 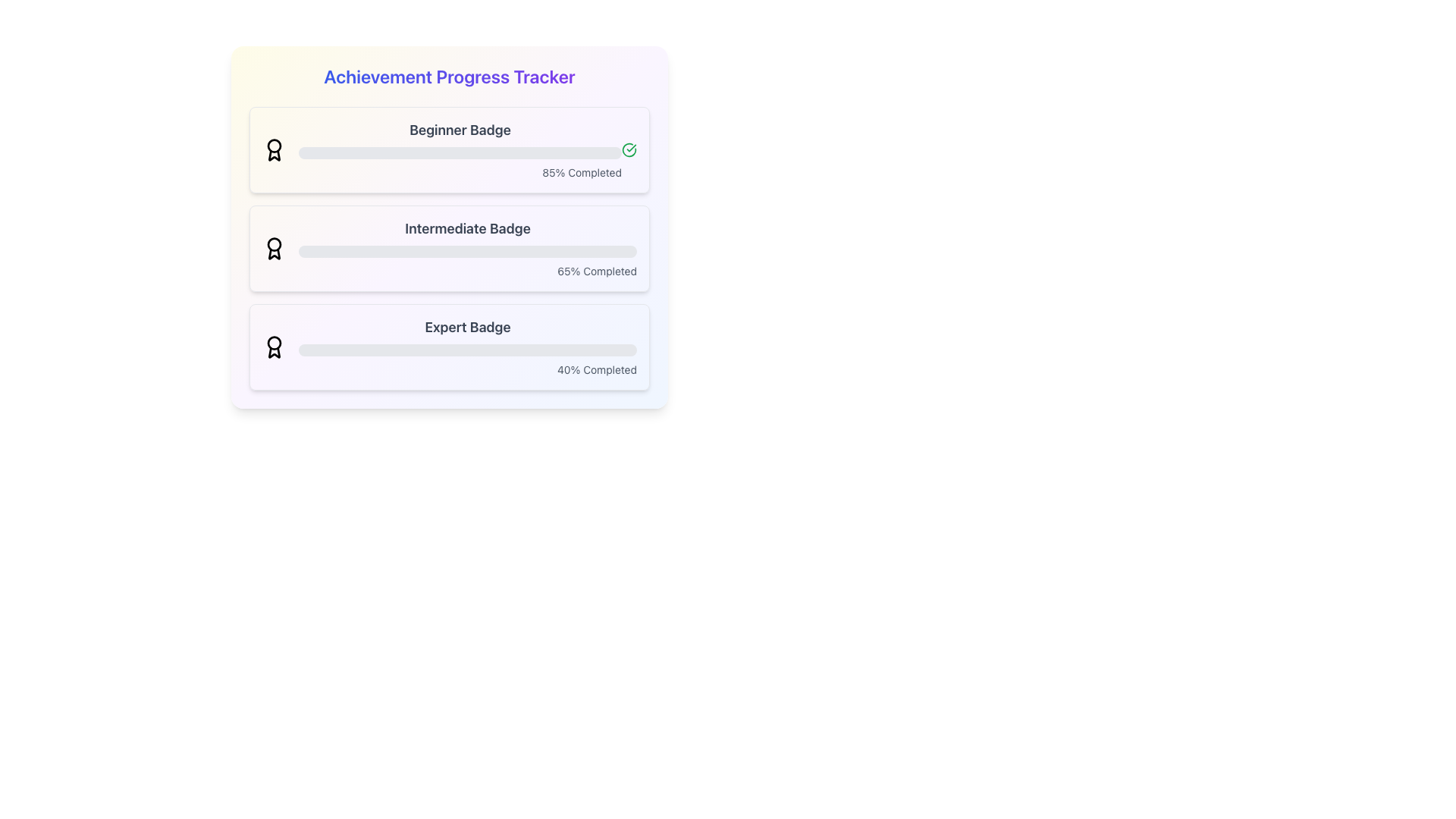 What do you see at coordinates (274, 247) in the screenshot?
I see `the award or medal icon located to the left of the 'Intermediate Badge' title within the second card element of the achievement progress tracker interface` at bounding box center [274, 247].